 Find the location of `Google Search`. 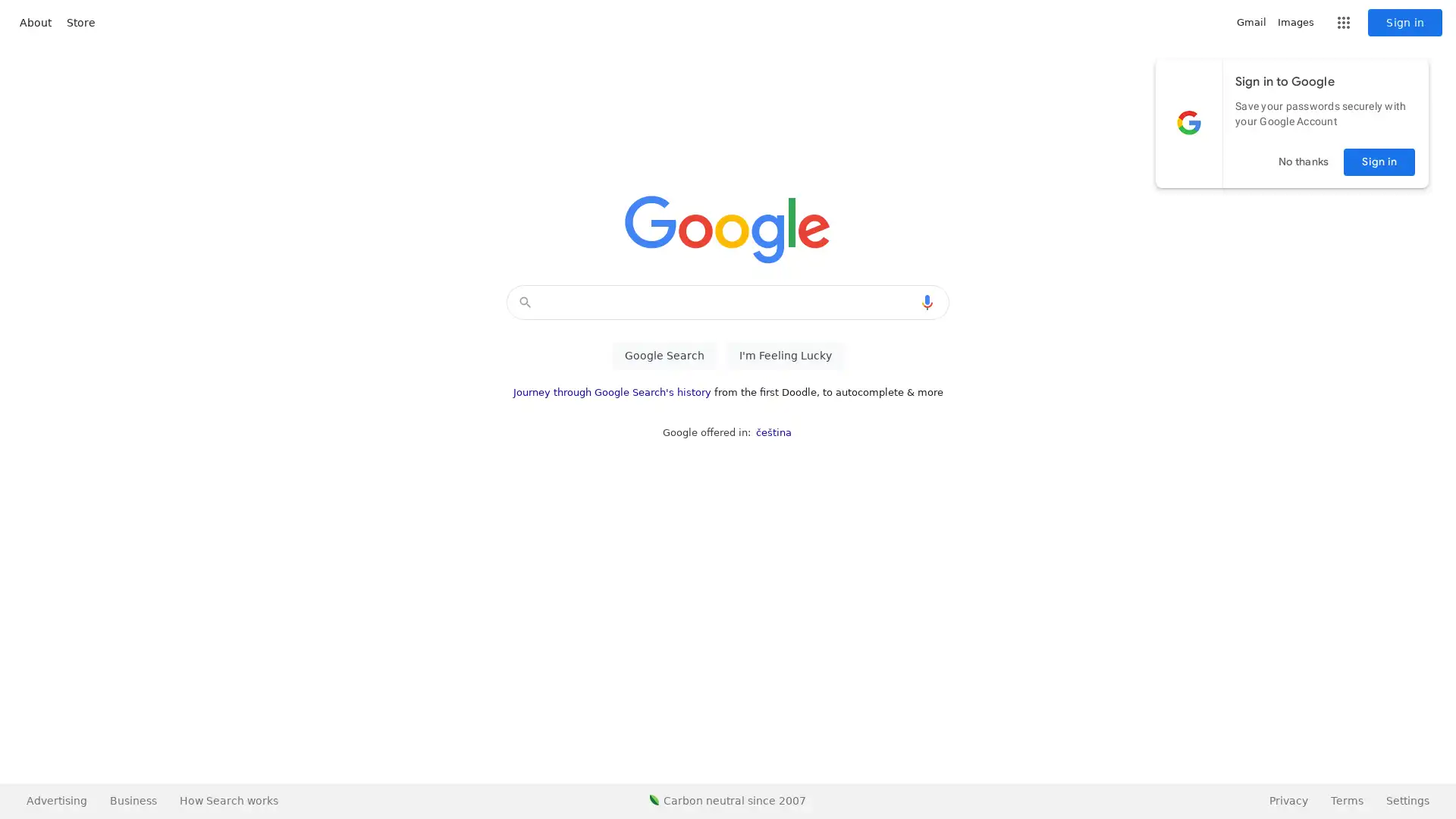

Google Search is located at coordinates (664, 356).